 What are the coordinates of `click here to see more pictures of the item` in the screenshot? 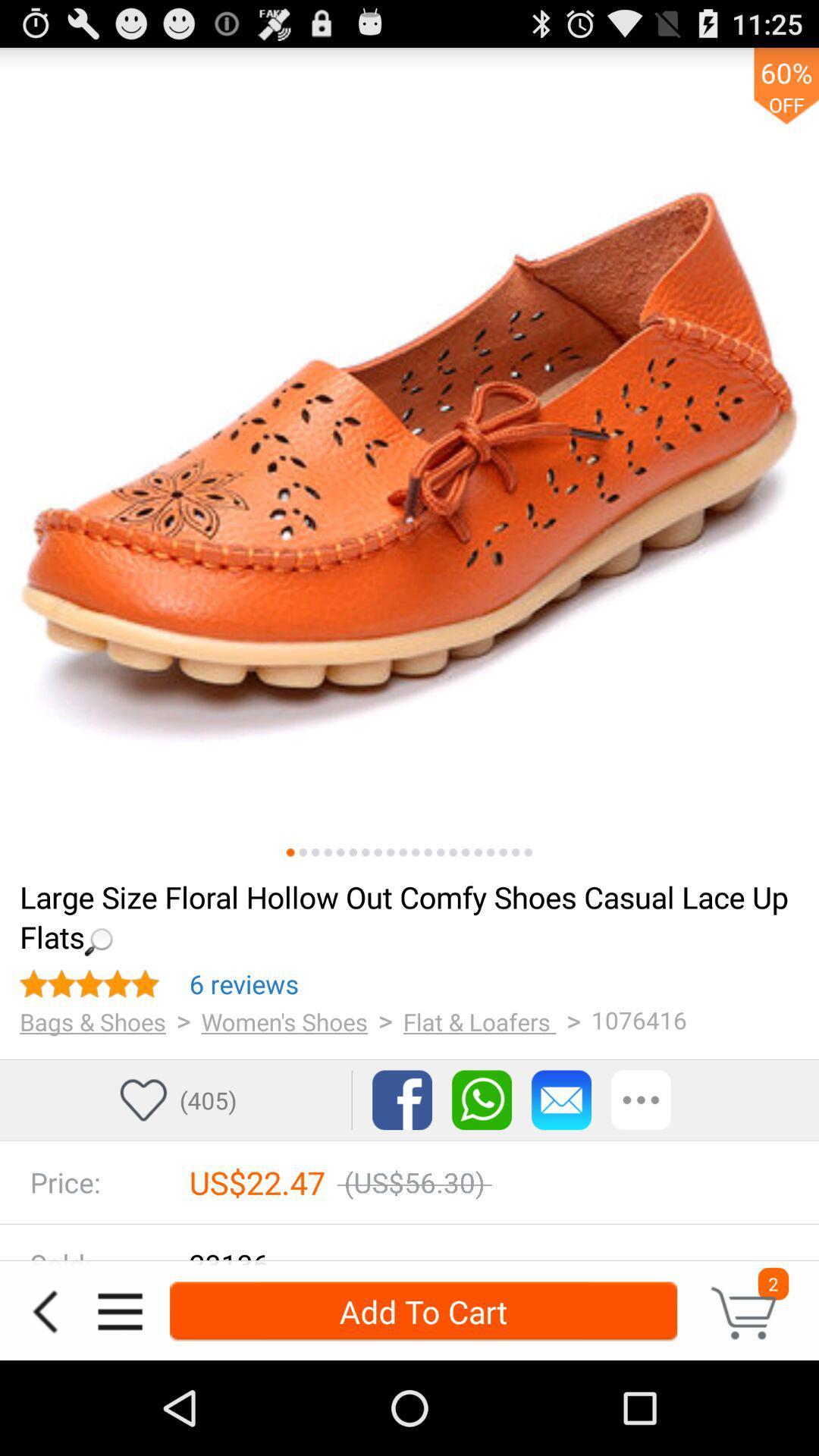 It's located at (315, 852).